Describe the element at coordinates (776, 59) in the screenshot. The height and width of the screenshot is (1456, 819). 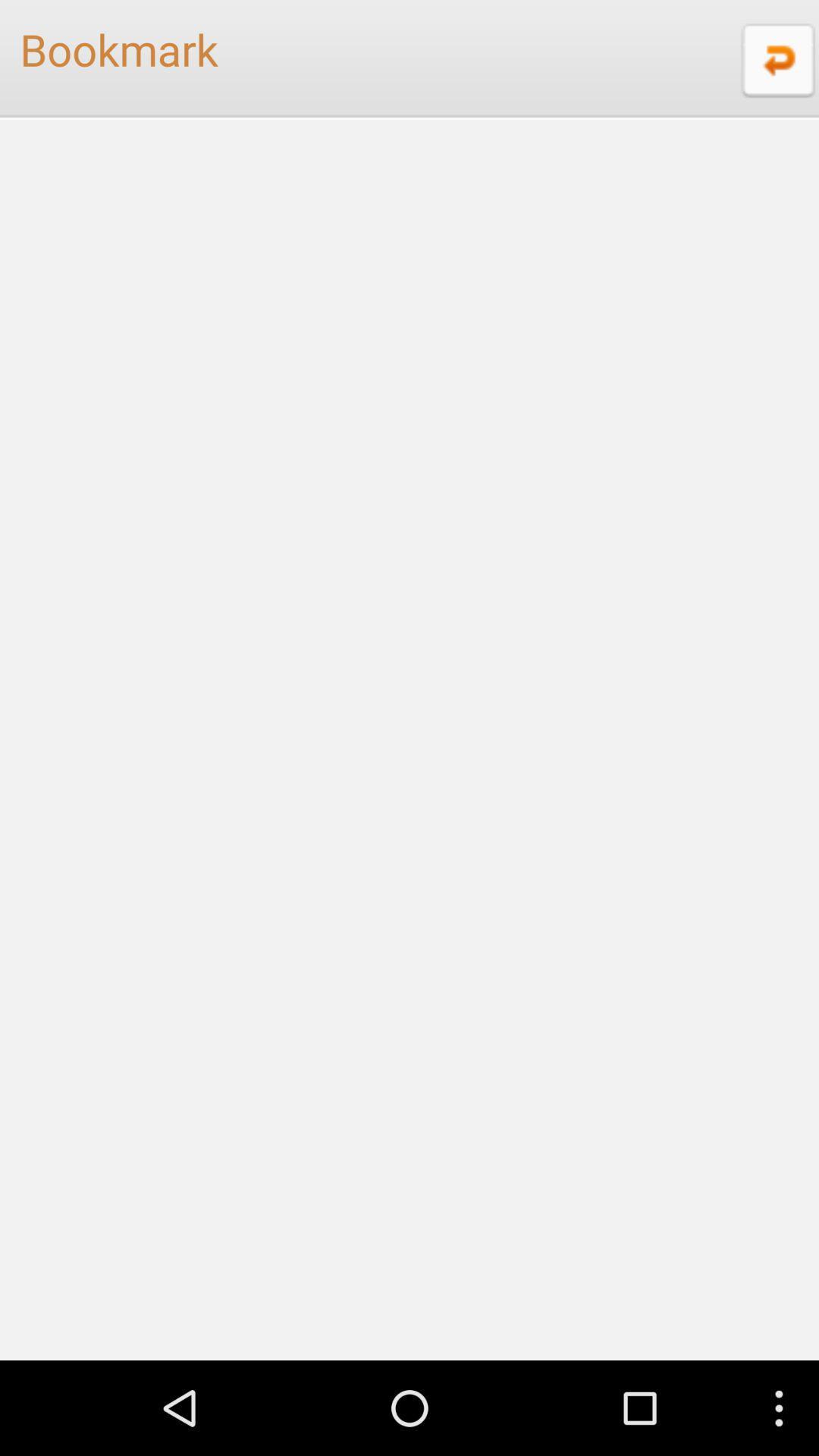
I see `the icon to the right of the bookmark` at that location.